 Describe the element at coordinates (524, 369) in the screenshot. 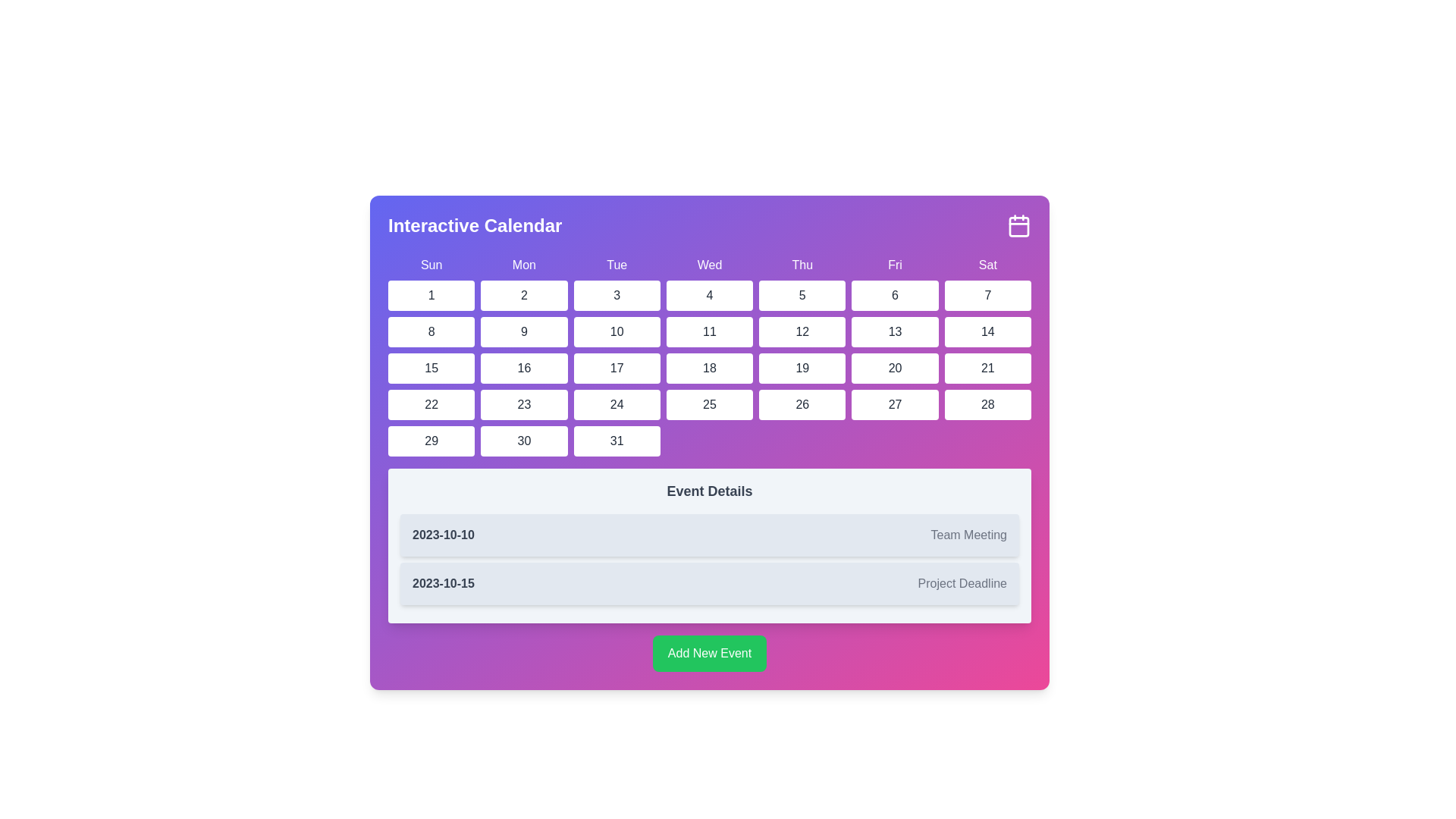

I see `the calendar cell displaying the number '16', which is located in the fourth row and second column of the calendar grid` at that location.